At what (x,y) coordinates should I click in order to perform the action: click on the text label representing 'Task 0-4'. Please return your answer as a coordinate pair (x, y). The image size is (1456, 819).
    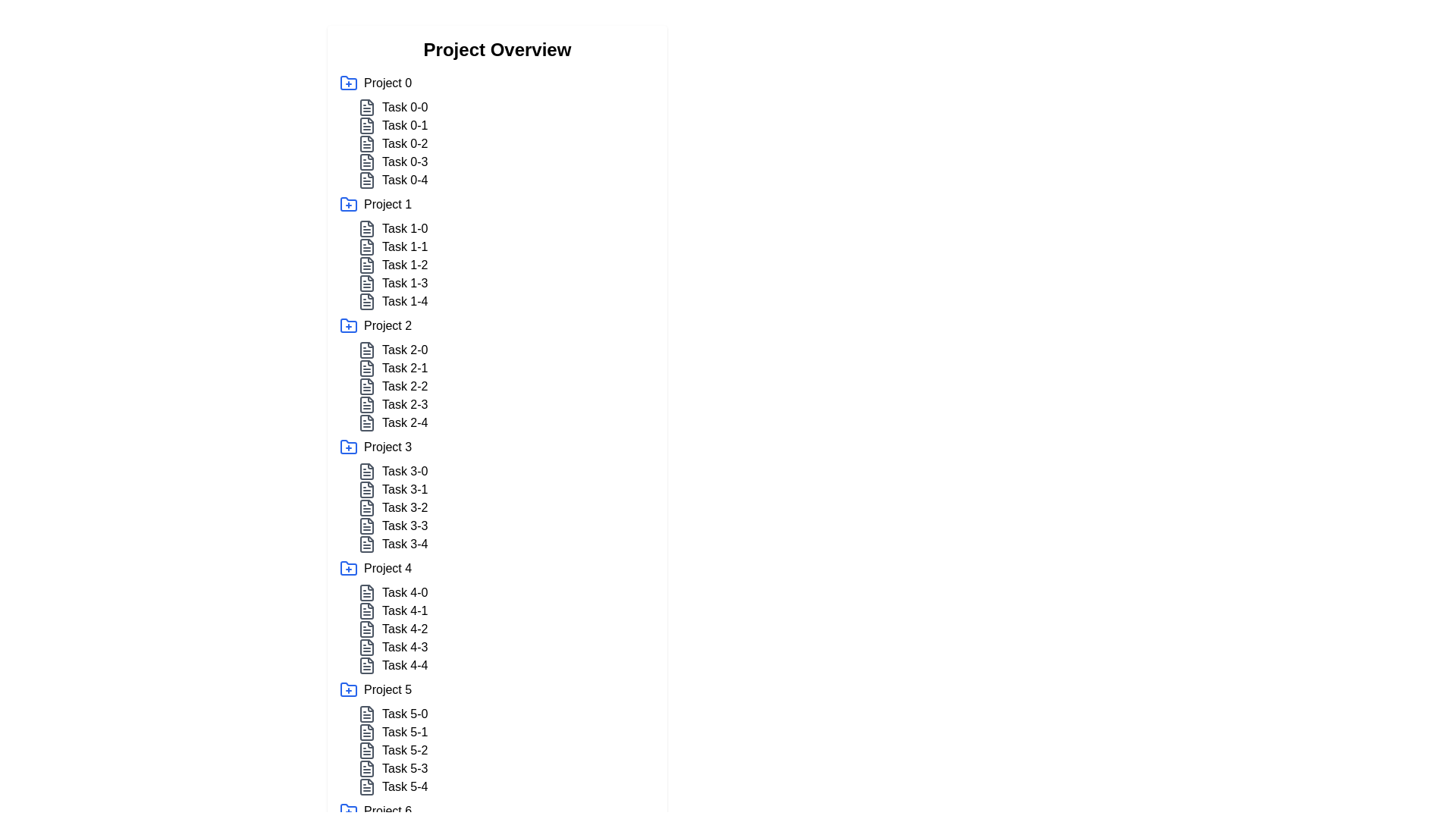
    Looking at the image, I should click on (405, 180).